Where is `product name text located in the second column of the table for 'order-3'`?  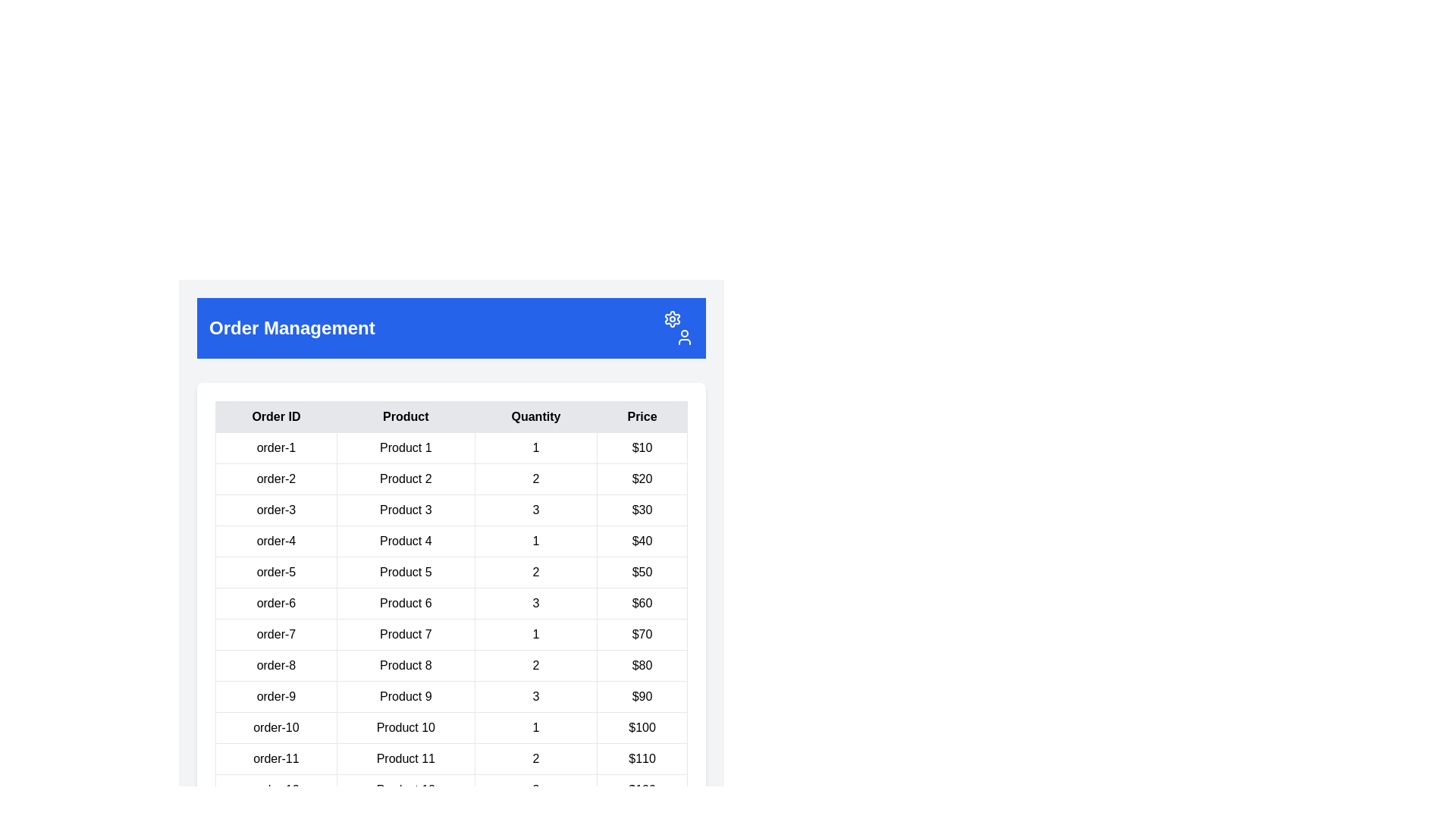 product name text located in the second column of the table for 'order-3' is located at coordinates (406, 510).